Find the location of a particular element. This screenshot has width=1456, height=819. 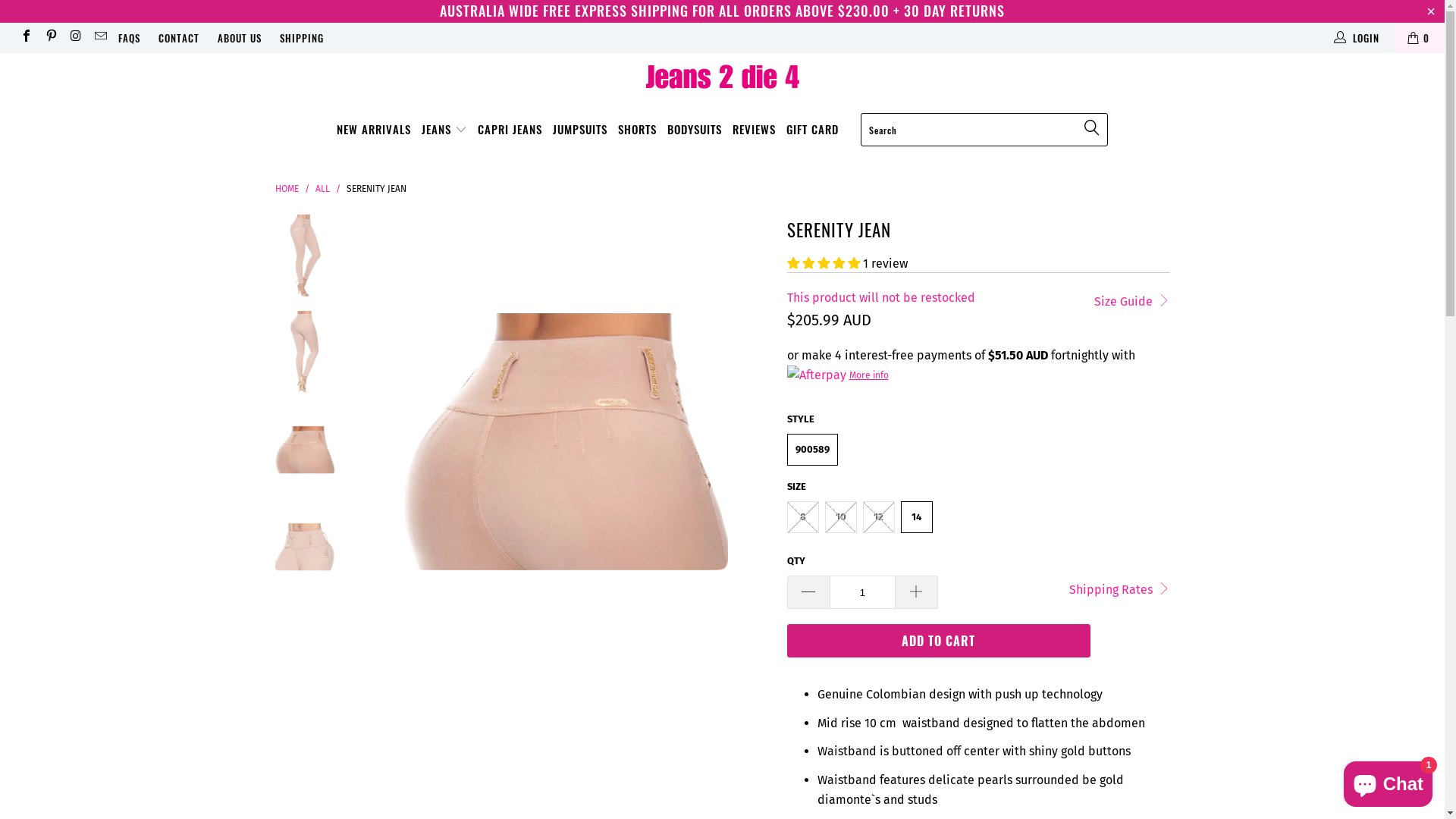

'Jeans 2 Die 4 on Pinterest' is located at coordinates (50, 36).